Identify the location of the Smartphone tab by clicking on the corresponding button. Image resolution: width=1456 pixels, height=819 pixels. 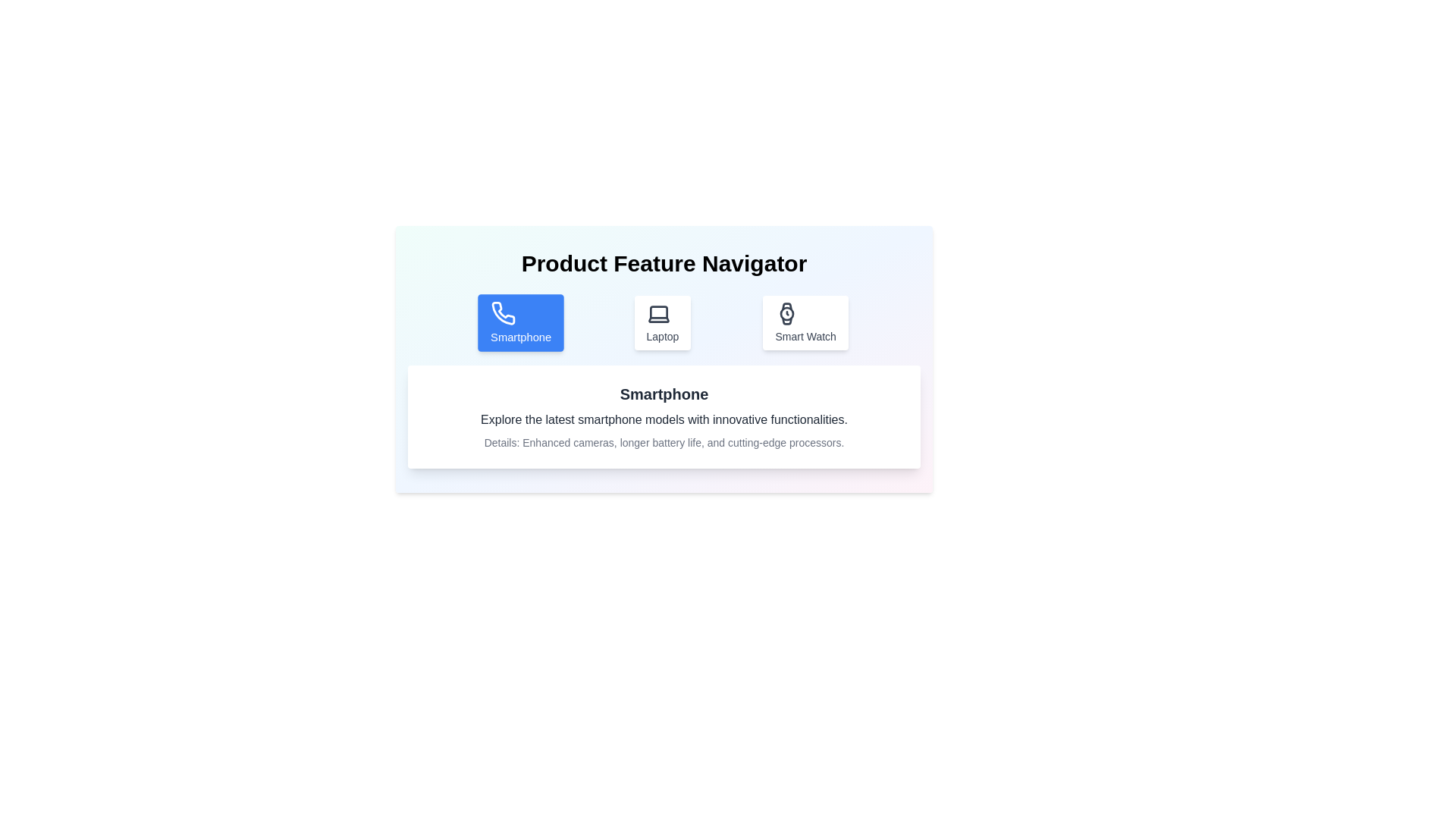
(520, 322).